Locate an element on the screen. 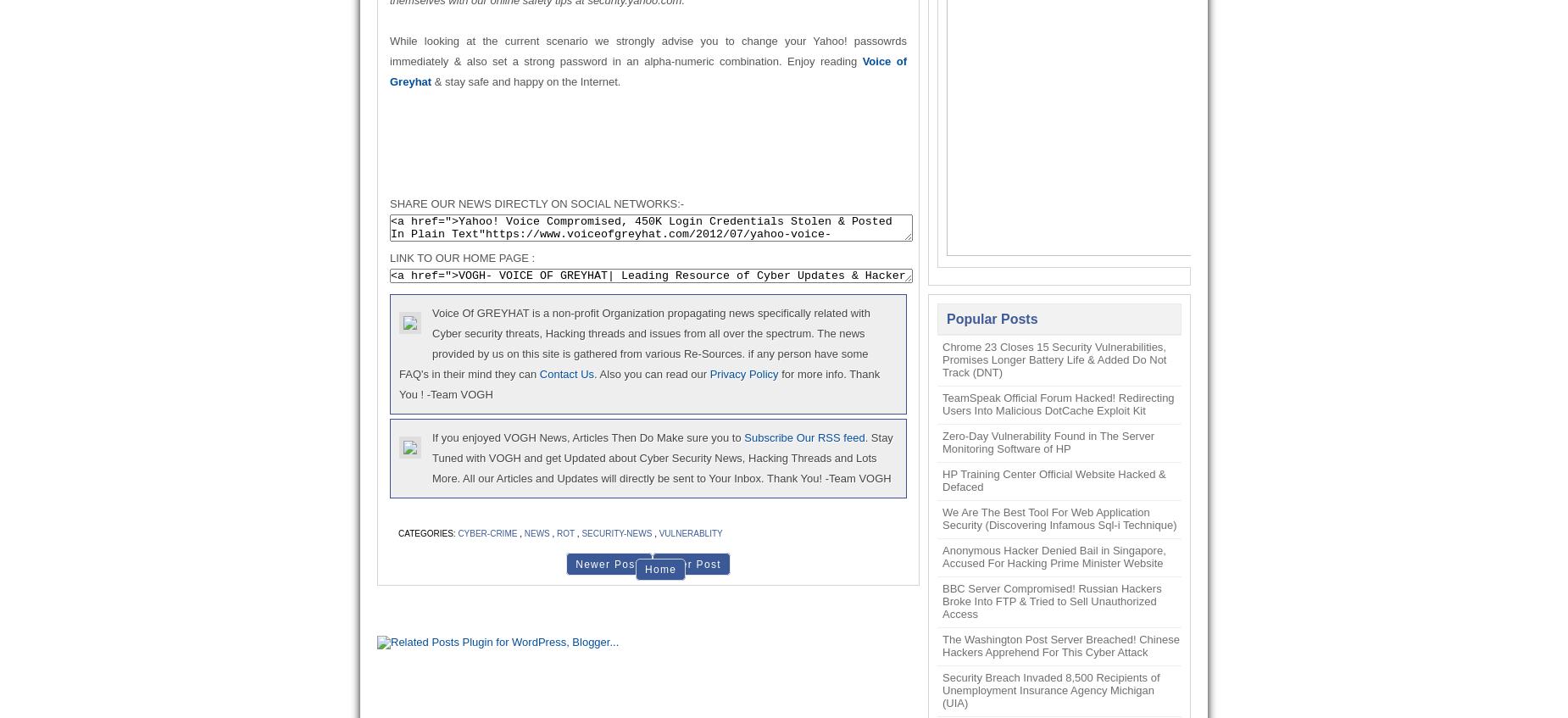 Image resolution: width=1568 pixels, height=718 pixels. 'Voice Of GREYHAT is a non-profit Organization propagating news specifically related with  Cyber security threats, Hacking threads and issues from all over the spectrum. The news provided by us on this site is gathered from various Re-Sources. if any person have some FAQ's in their mind they can' is located at coordinates (634, 342).